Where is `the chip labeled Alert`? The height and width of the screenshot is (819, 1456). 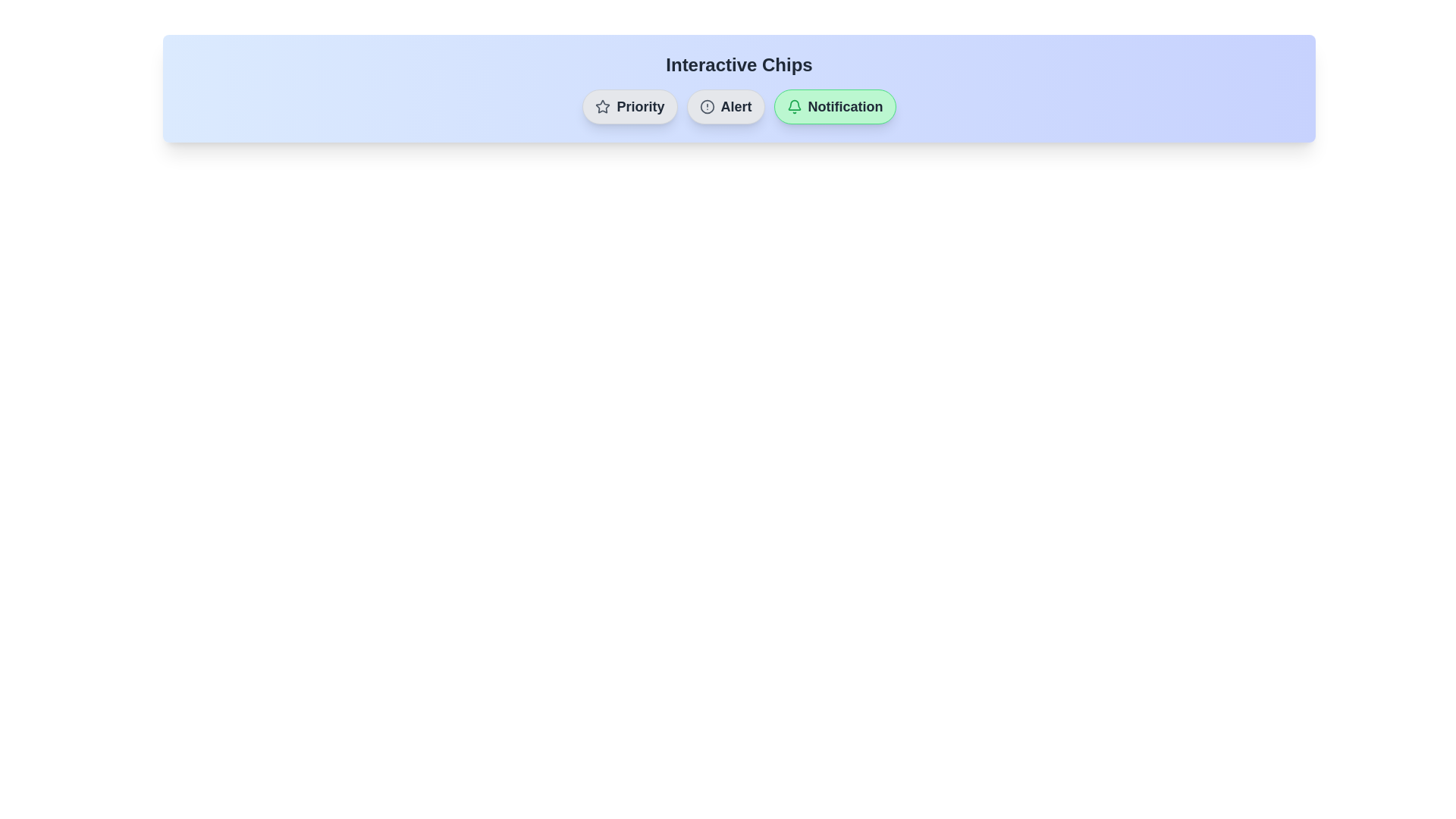 the chip labeled Alert is located at coordinates (724, 106).